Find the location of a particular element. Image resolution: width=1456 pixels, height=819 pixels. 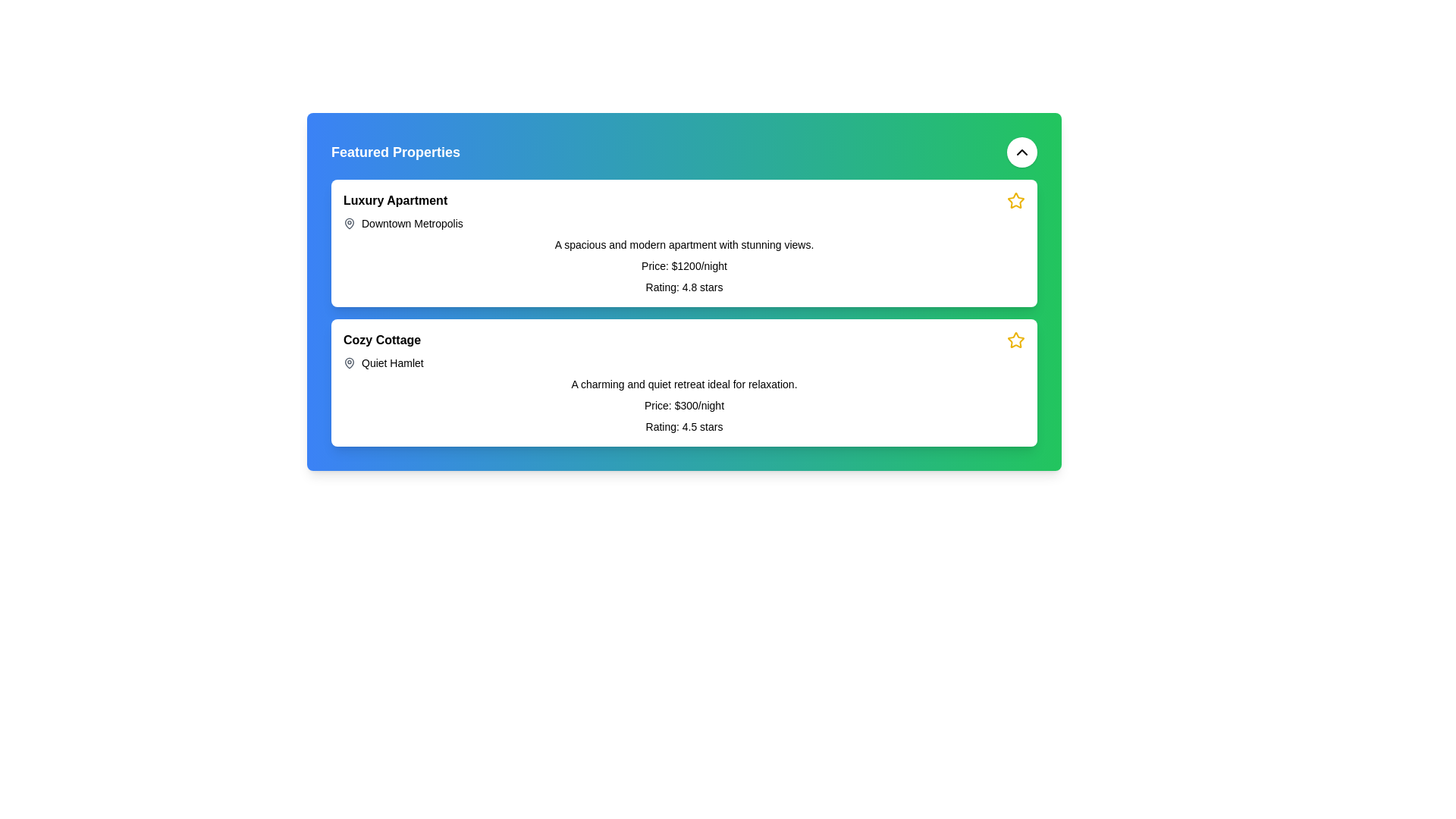

text content of the label displaying the nightly price of the listed property located in the second card under the 'Featured Properties' section, positioned centrally below the description text and above the rating information is located at coordinates (683, 405).